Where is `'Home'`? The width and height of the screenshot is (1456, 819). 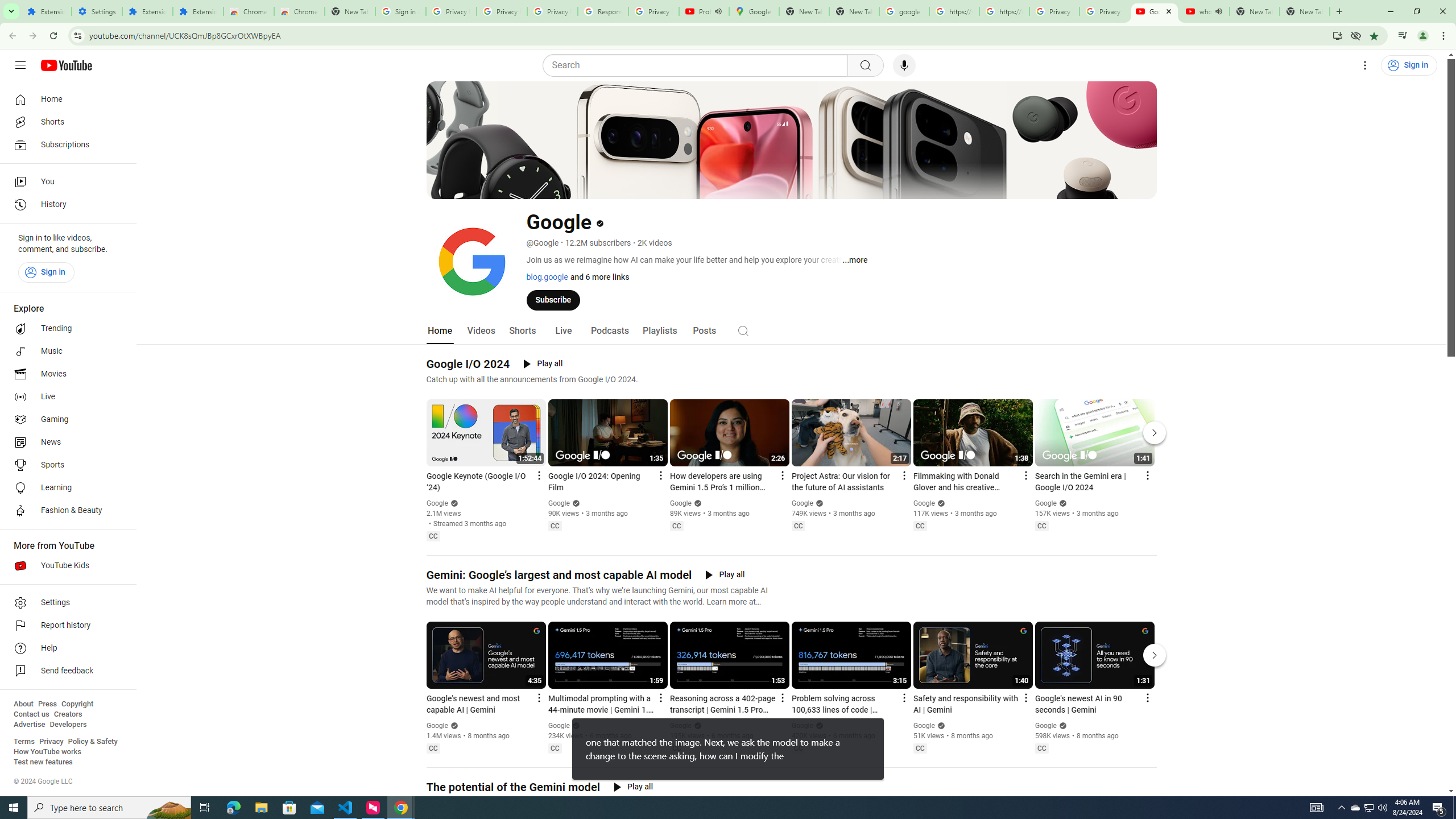
'Home' is located at coordinates (64, 98).